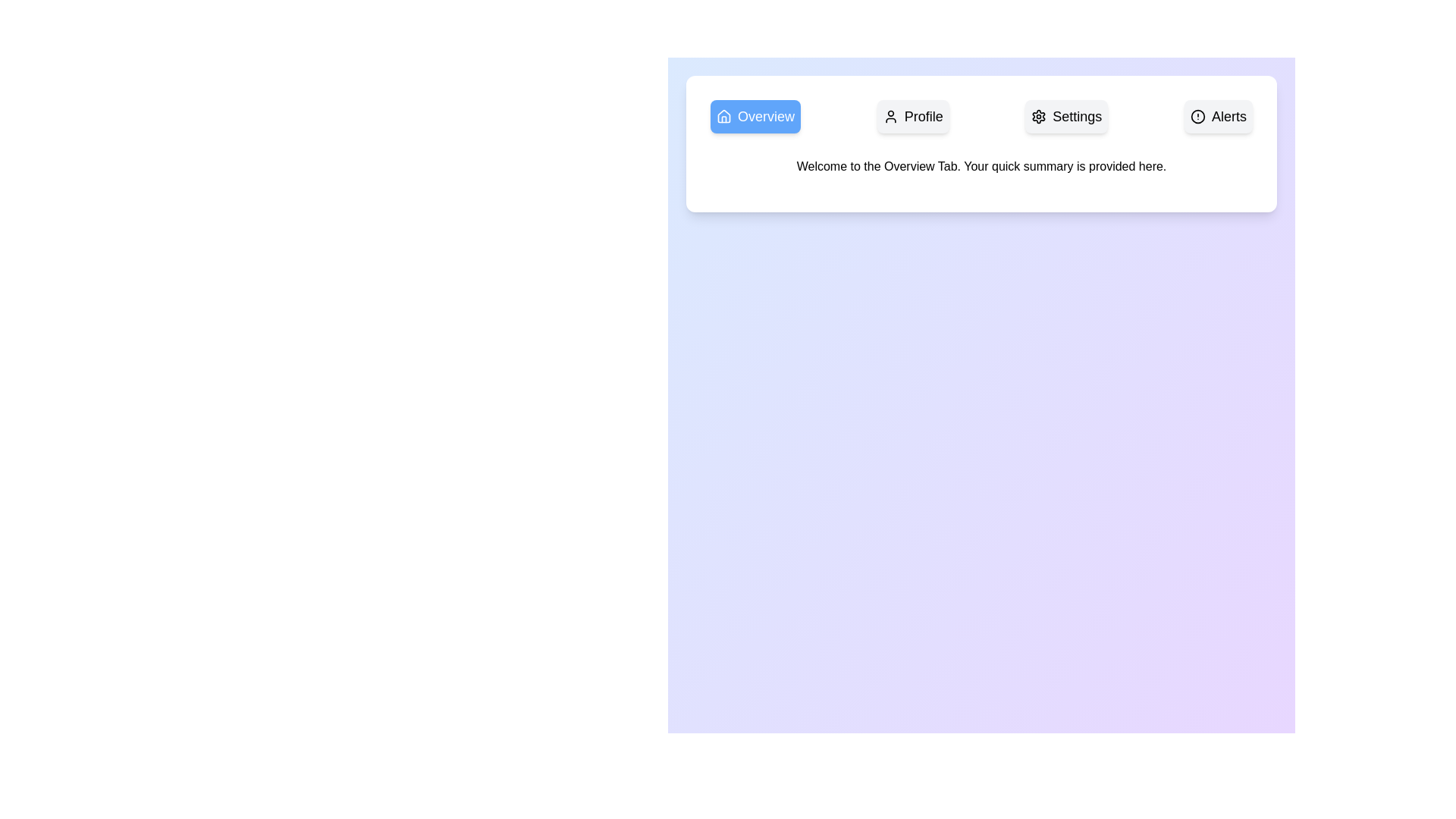  I want to click on the Navigation Button located in the top-left section of the interface, so click(765, 116).